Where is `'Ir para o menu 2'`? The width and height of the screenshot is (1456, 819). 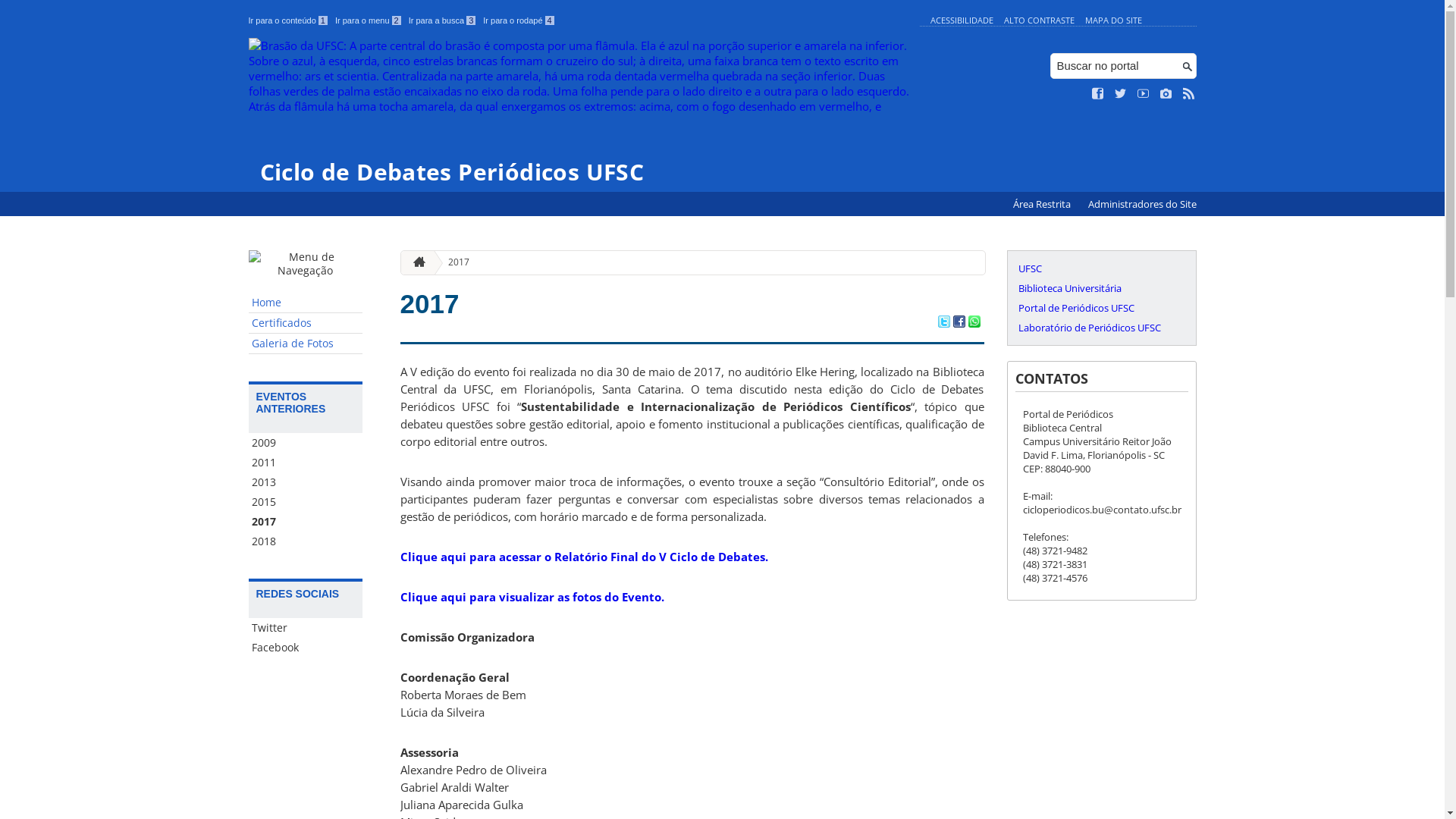 'Ir para o menu 2' is located at coordinates (368, 20).